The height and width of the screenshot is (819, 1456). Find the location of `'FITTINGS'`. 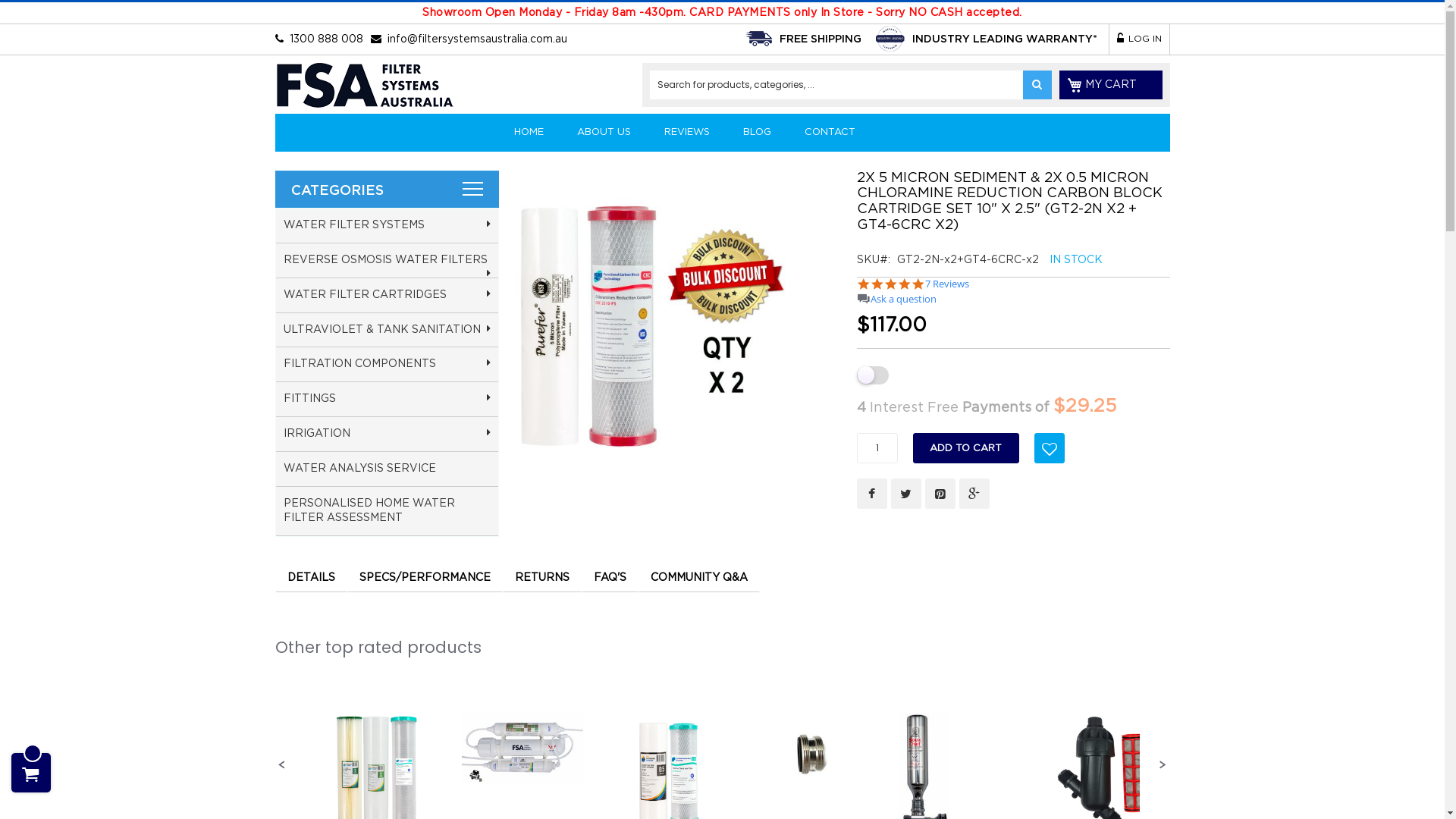

'FITTINGS' is located at coordinates (387, 399).